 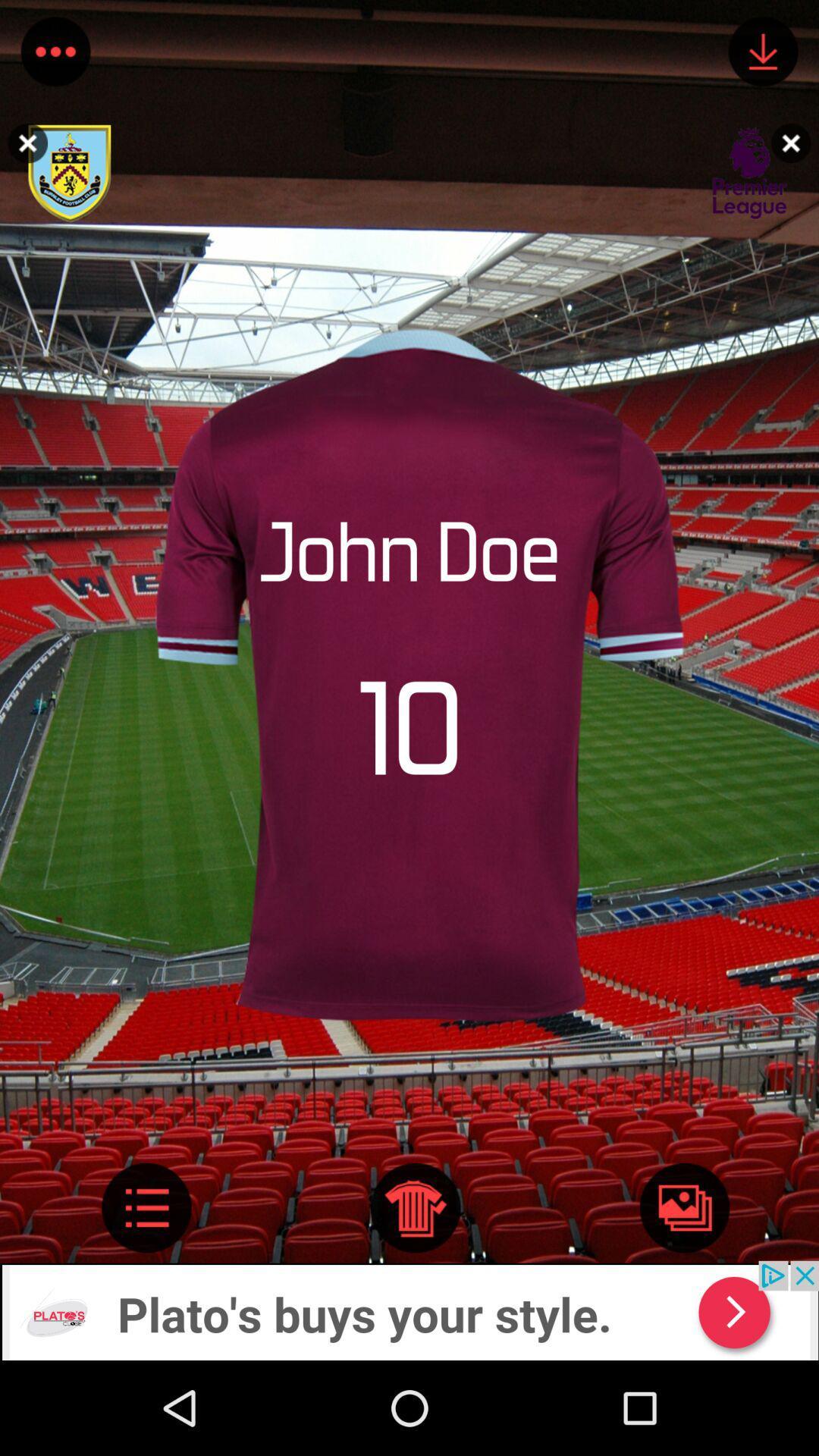 What do you see at coordinates (763, 55) in the screenshot?
I see `the file_download icon` at bounding box center [763, 55].